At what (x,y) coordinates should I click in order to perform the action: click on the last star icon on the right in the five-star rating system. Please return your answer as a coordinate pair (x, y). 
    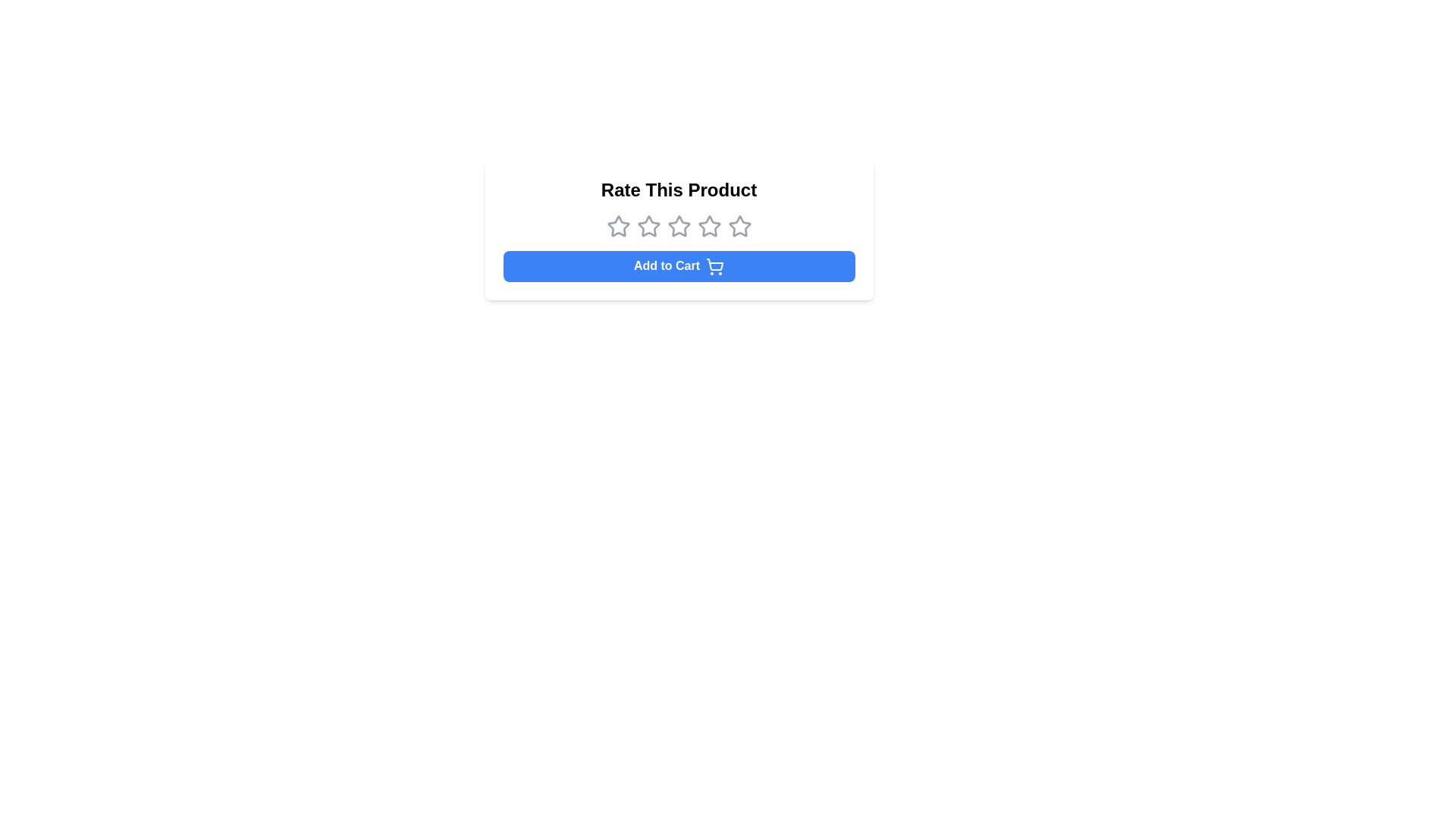
    Looking at the image, I should click on (739, 227).